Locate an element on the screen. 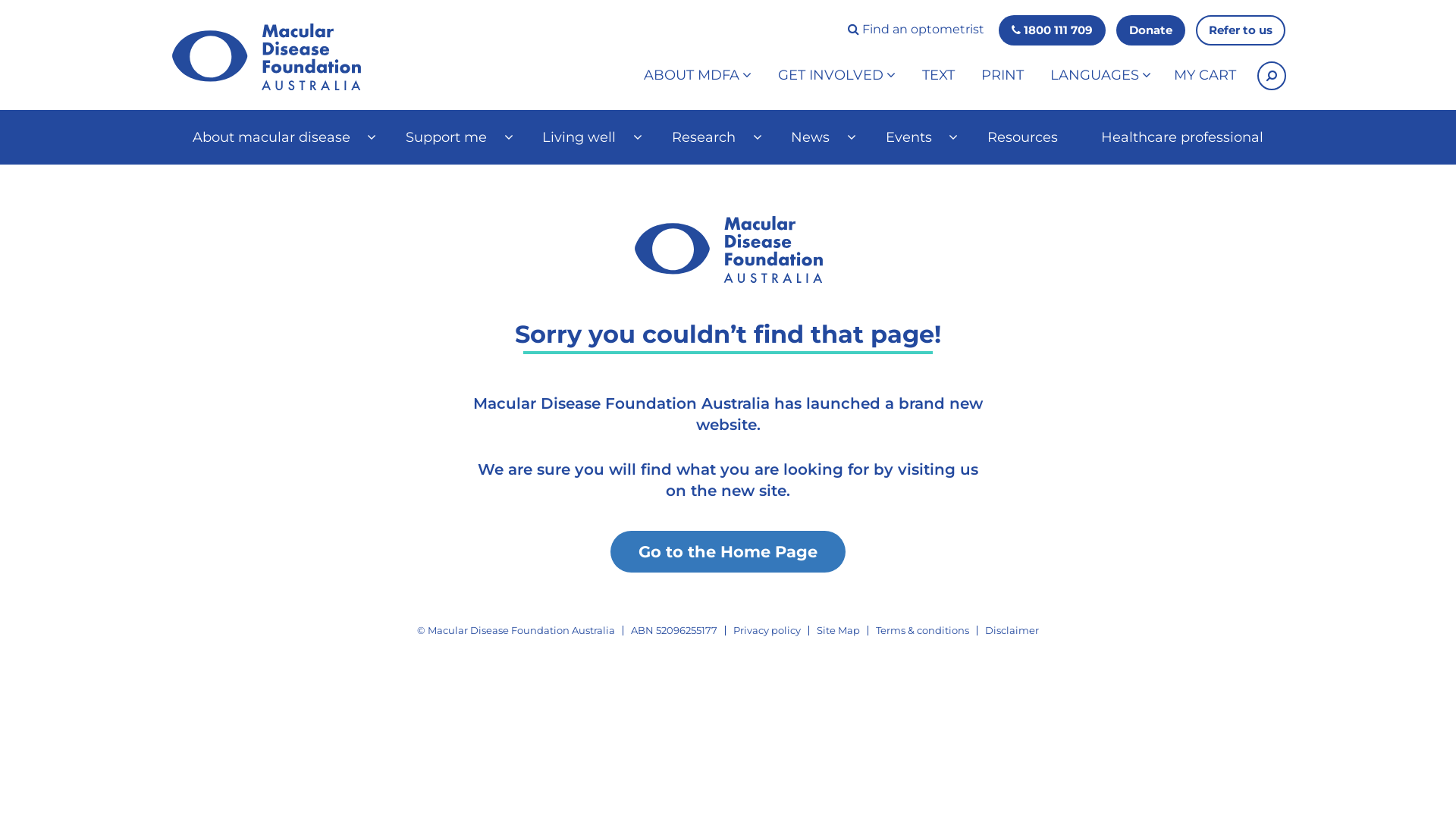 This screenshot has width=1456, height=819. 'Disclaimer' is located at coordinates (1012, 629).